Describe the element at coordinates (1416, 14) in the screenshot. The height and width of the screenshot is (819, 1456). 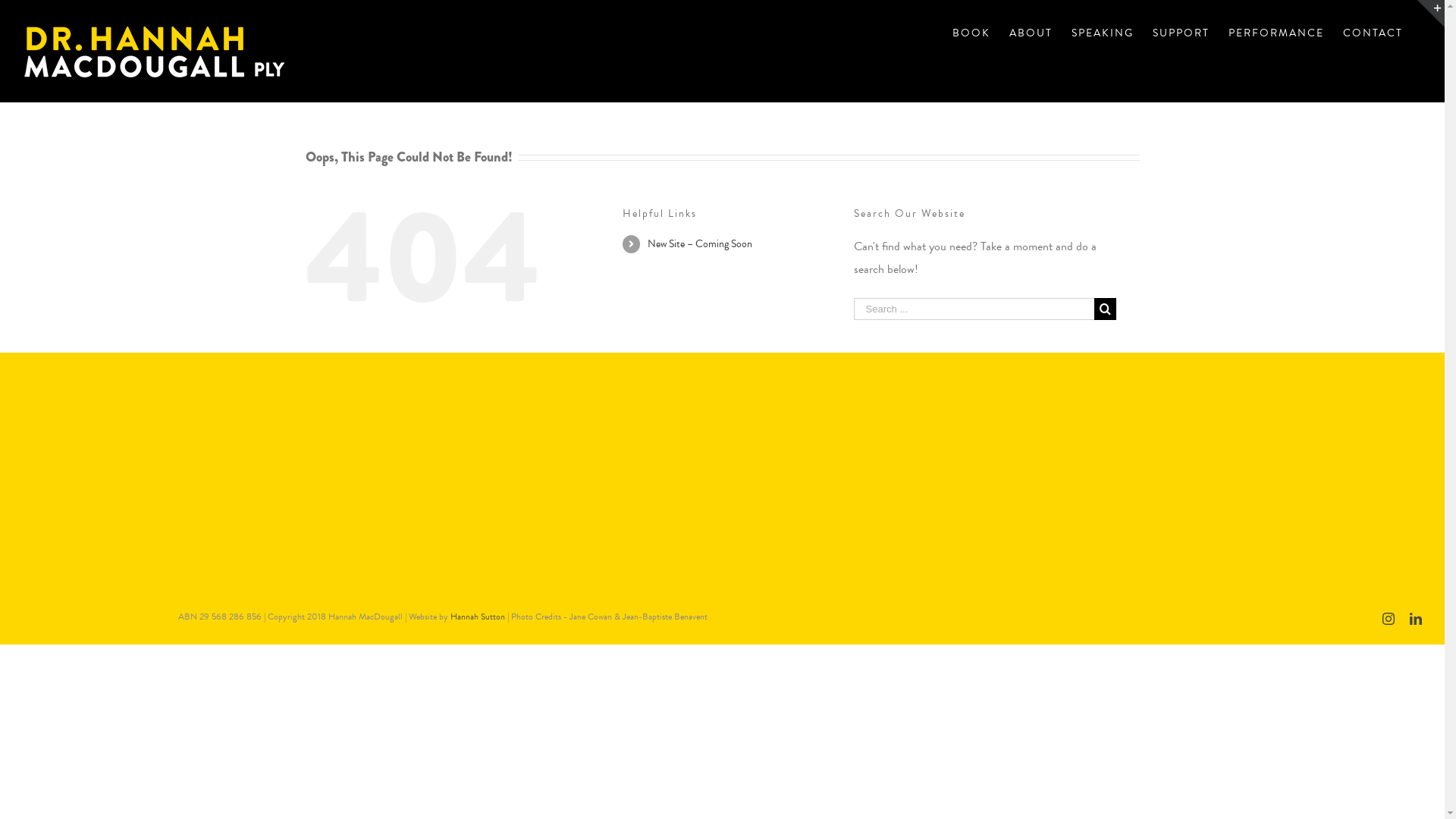
I see `'Toggle Sliding Bar Area'` at that location.